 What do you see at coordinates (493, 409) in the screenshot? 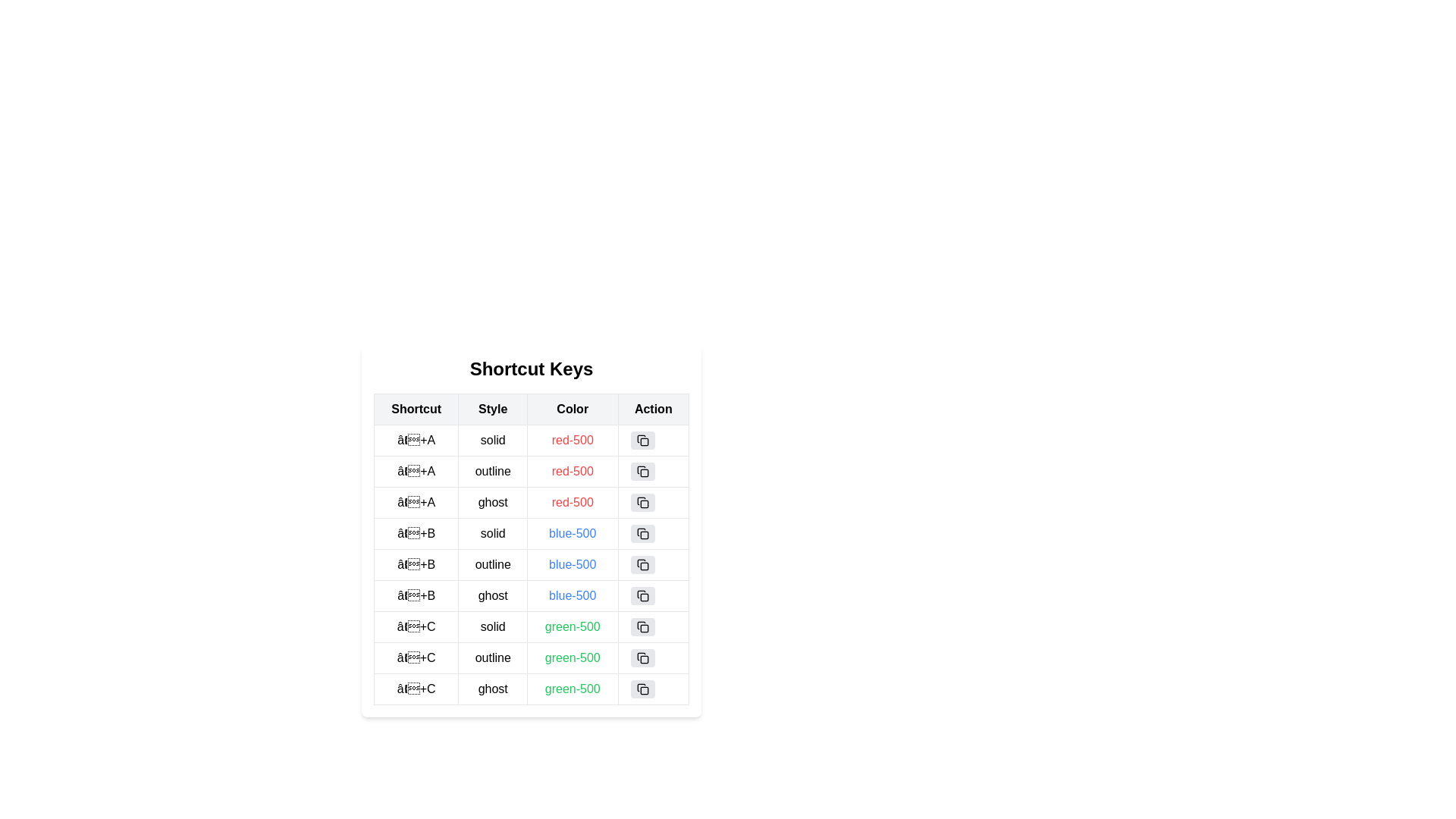
I see `the second column header of the table that organizes data related to shortcuts, which is positioned between the 'Shortcut' and 'Color' headers` at bounding box center [493, 409].